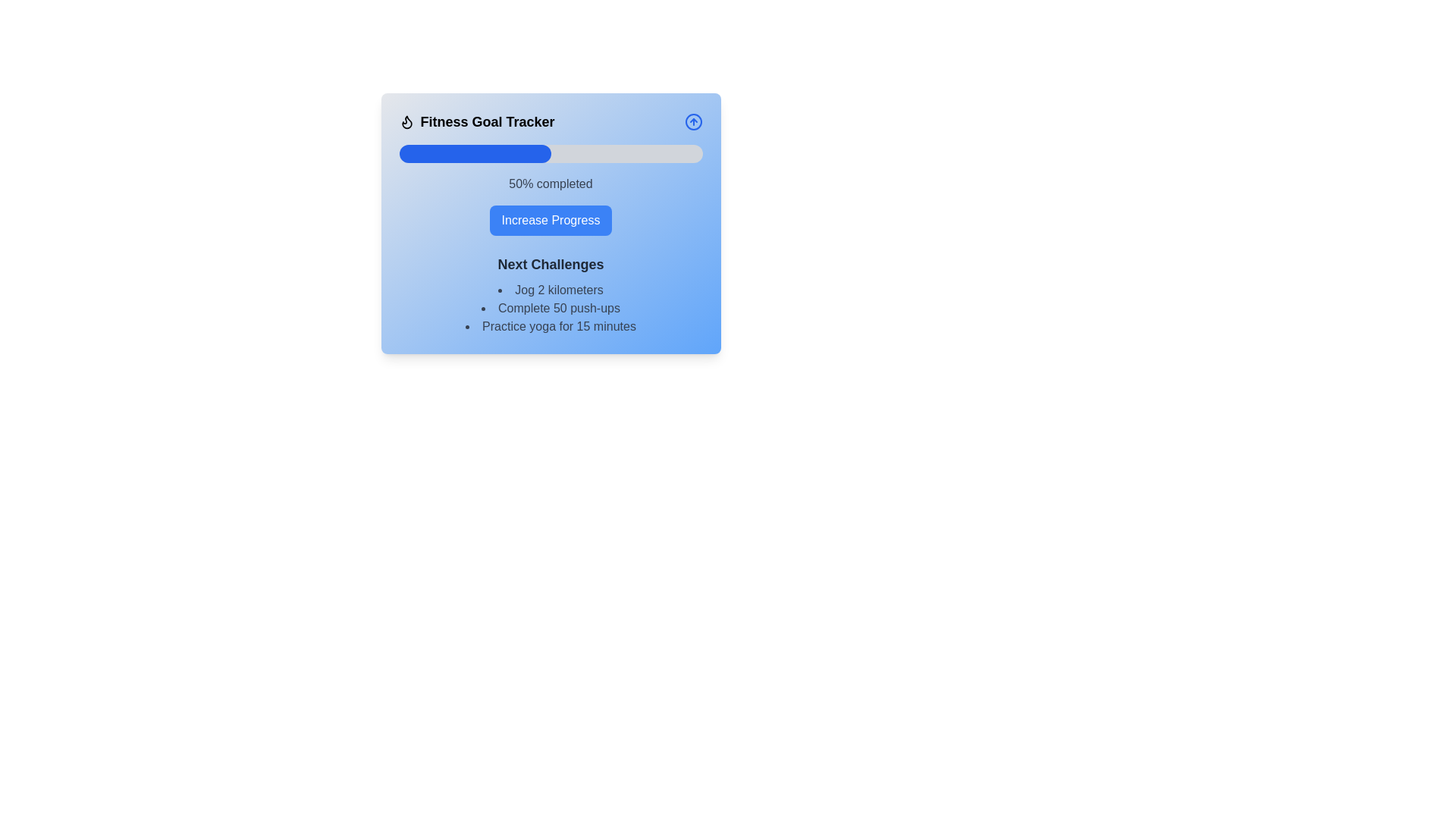  What do you see at coordinates (550, 263) in the screenshot?
I see `the 'Next Challenges' text header that introduces the upcoming bullet list of tasks, which is centrally located above the tasks` at bounding box center [550, 263].